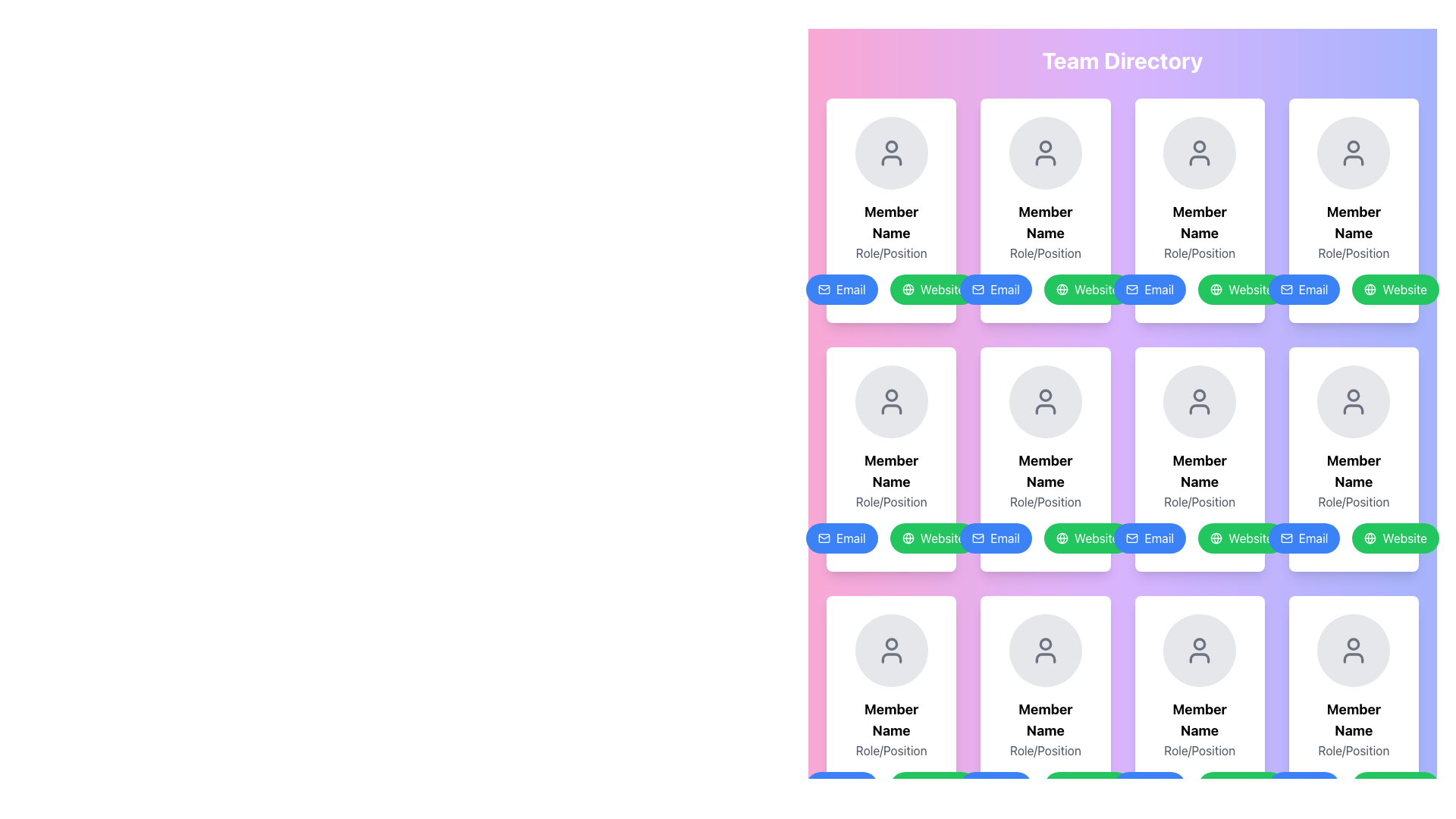  I want to click on the text label displaying 'Role/Position' in gray color, which is located below the 'Member Name' label in the fourth card of the third row within the 'Team Directory' section, so click(1044, 751).